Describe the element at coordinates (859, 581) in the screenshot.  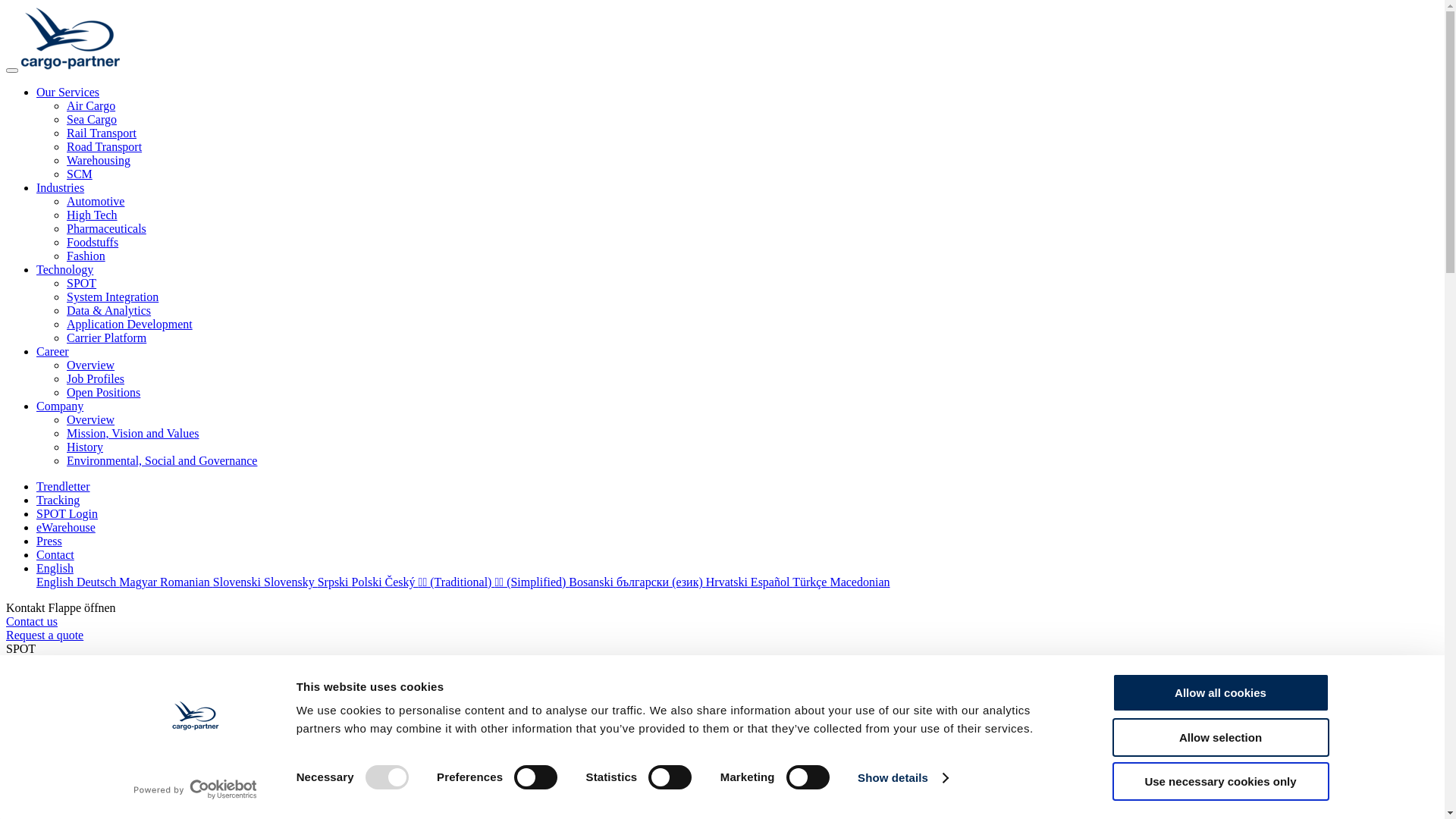
I see `'Macedonian'` at that location.